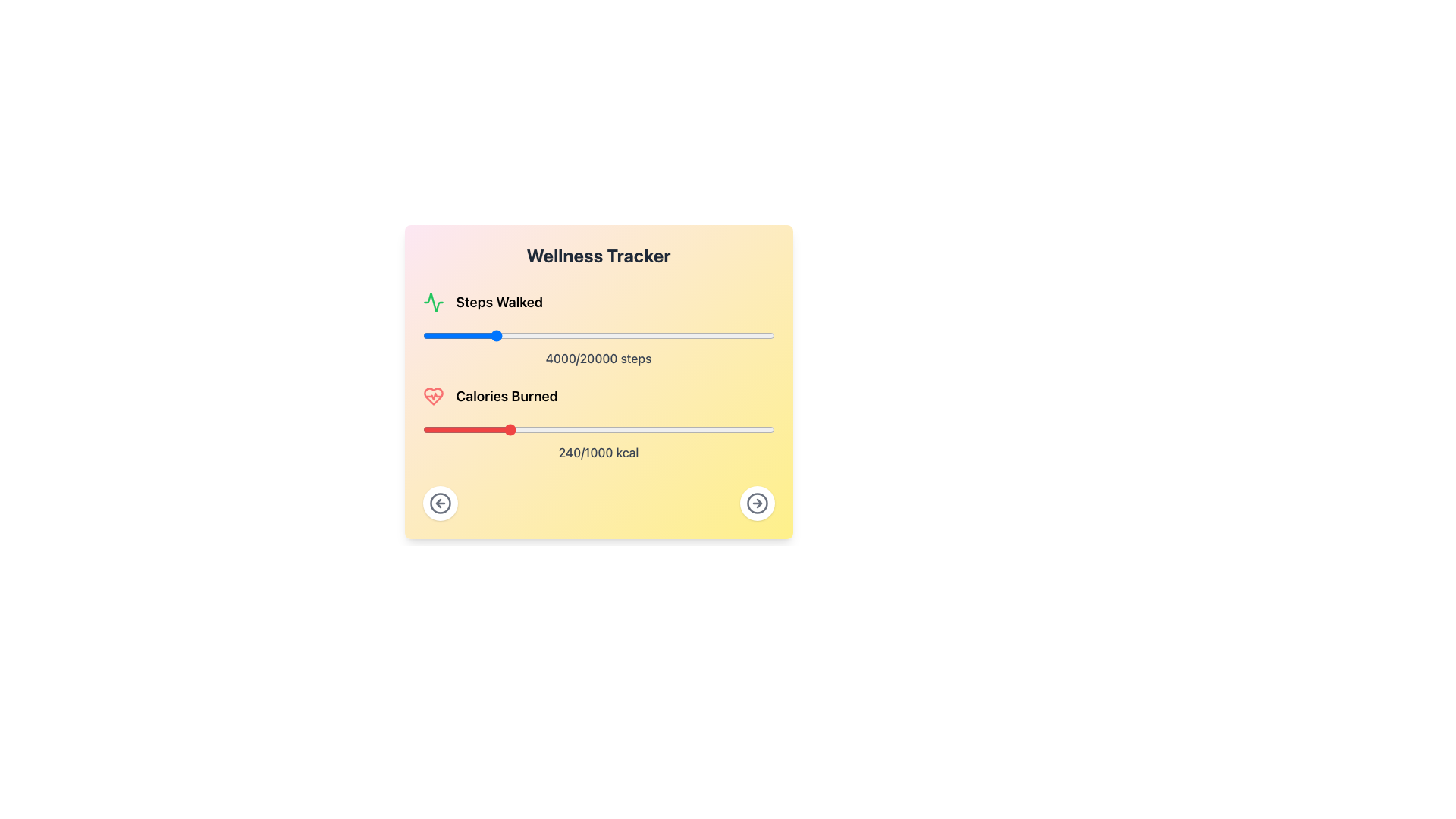  Describe the element at coordinates (757, 503) in the screenshot. I see `the smaller circular SVG element that forms the outer boundary of a circular arrow icon, located in the bottom-right corner of the main UI card, adjacent to a reset or refresh icon` at that location.